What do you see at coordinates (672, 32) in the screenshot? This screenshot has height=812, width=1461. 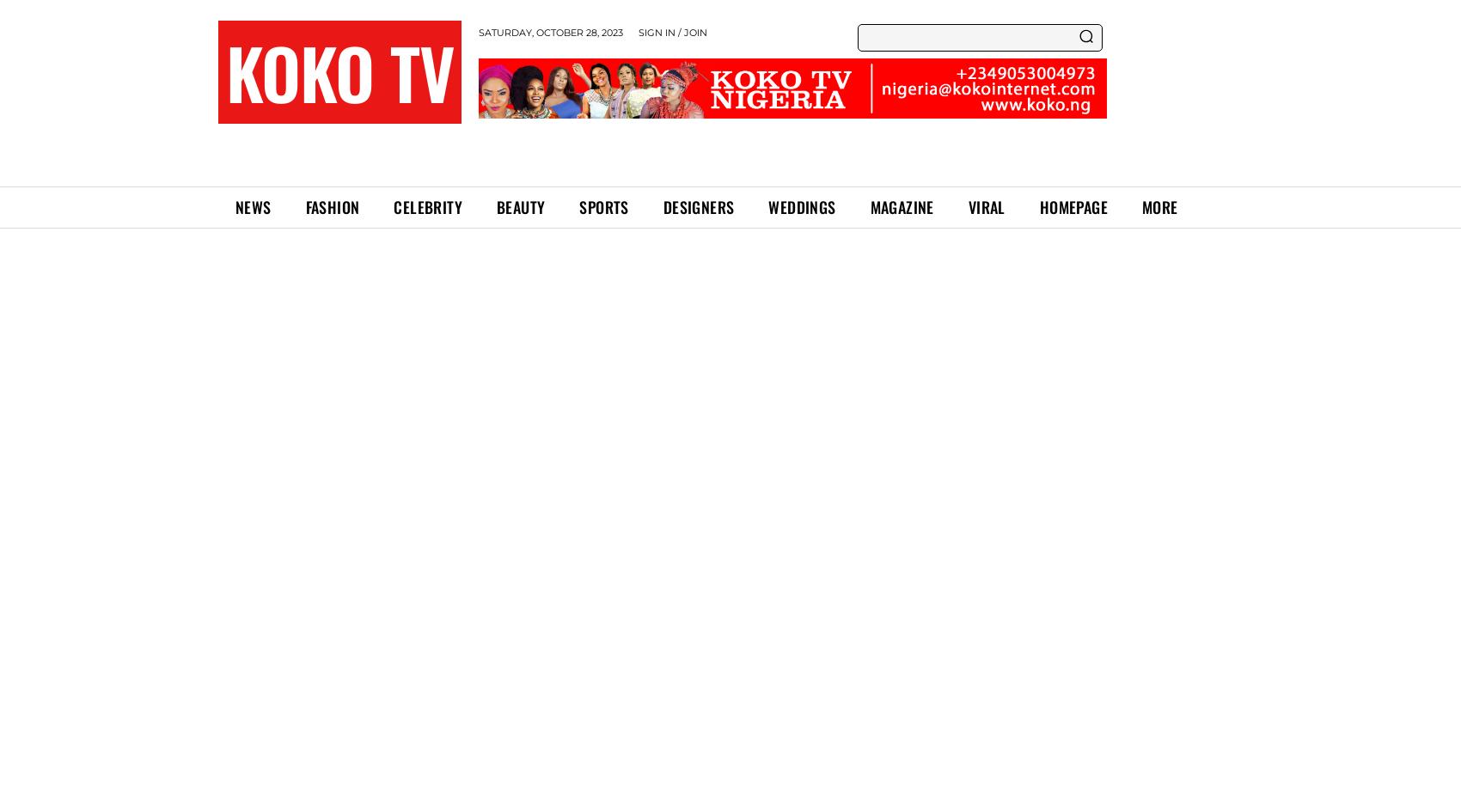 I see `'Sign in / Join'` at bounding box center [672, 32].